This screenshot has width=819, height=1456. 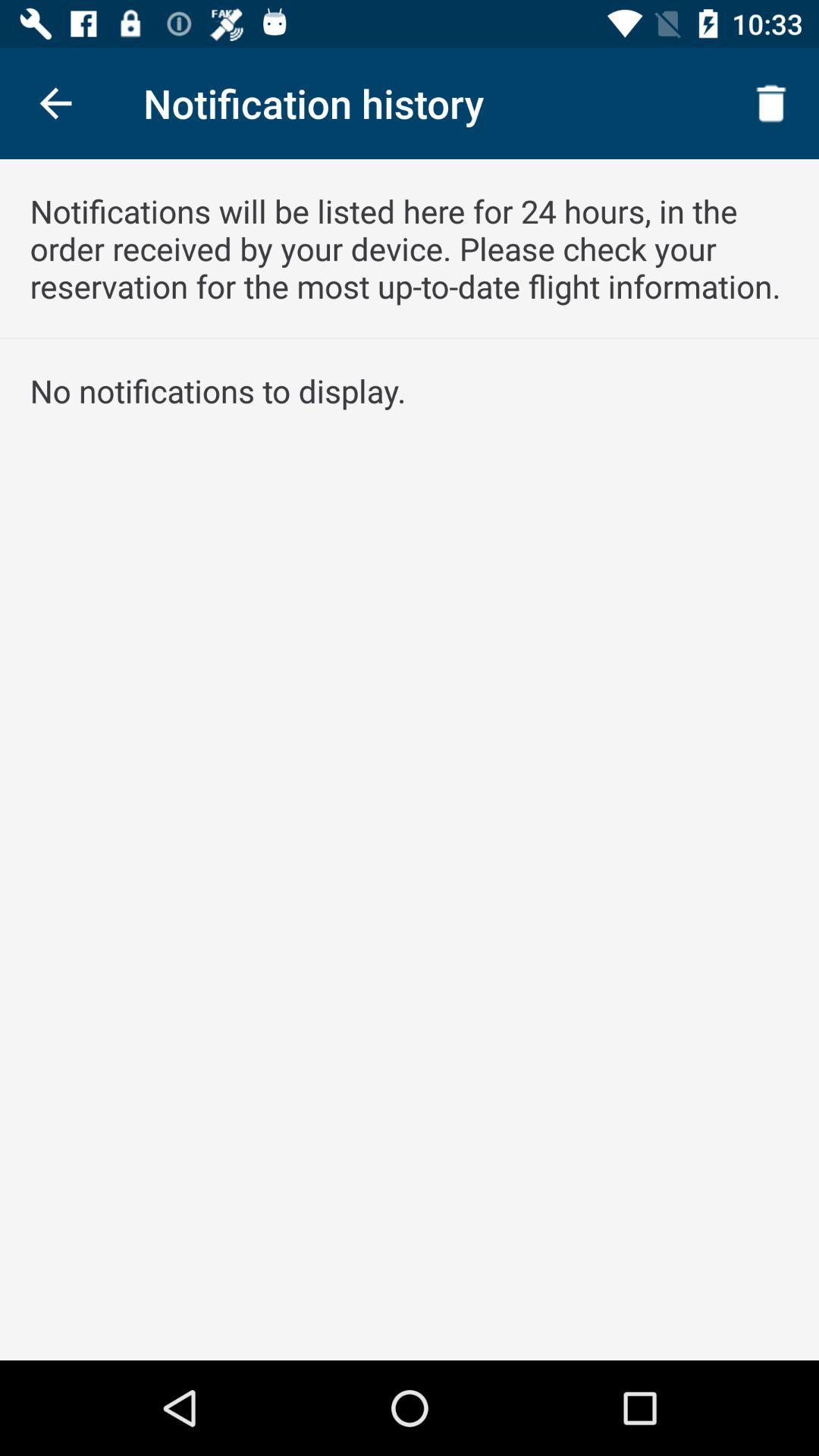 What do you see at coordinates (55, 102) in the screenshot?
I see `item at the top left corner` at bounding box center [55, 102].